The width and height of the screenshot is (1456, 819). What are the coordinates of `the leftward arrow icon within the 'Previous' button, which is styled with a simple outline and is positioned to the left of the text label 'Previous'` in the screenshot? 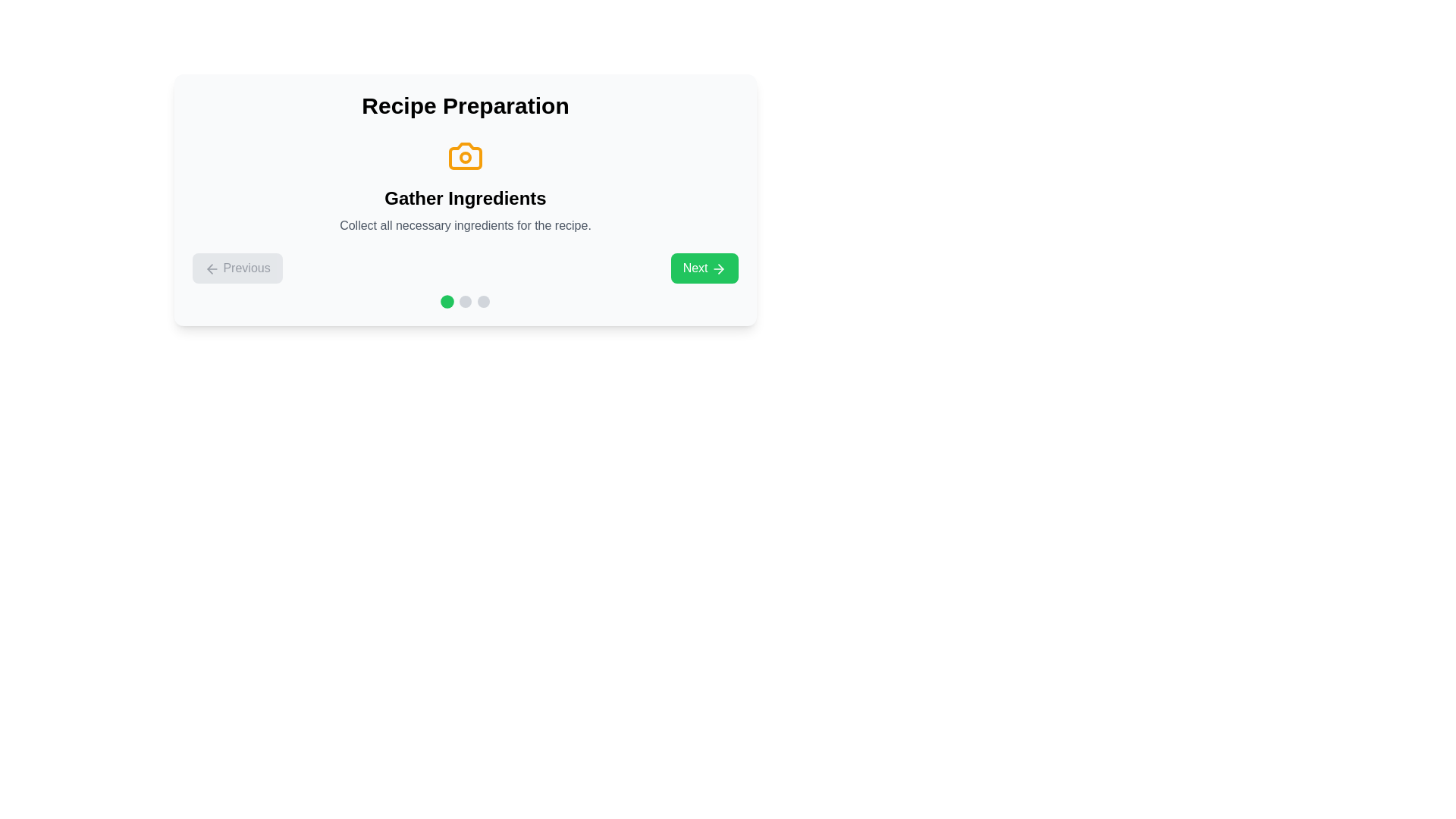 It's located at (211, 268).